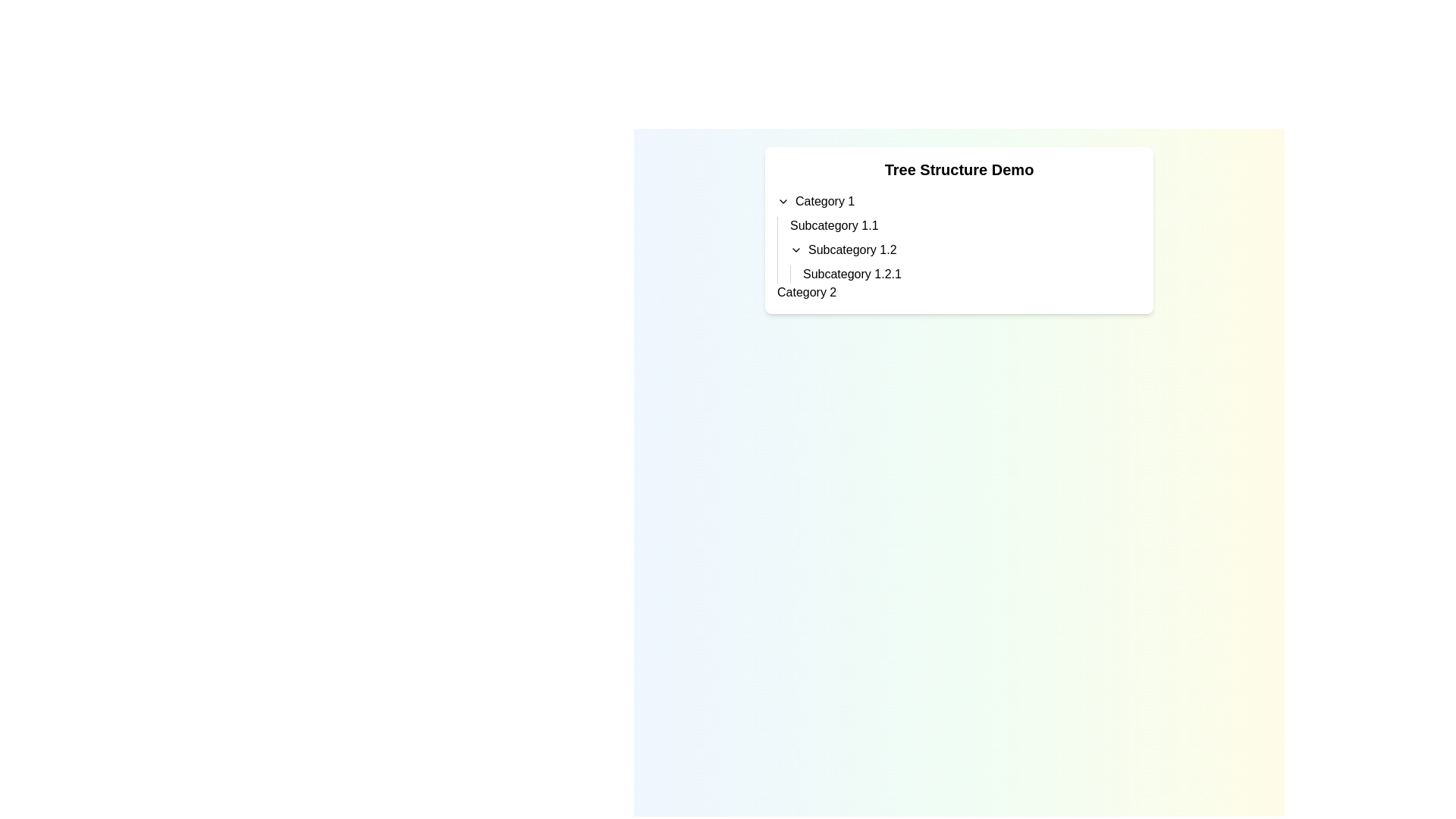 The width and height of the screenshot is (1456, 819). Describe the element at coordinates (795, 249) in the screenshot. I see `the small downwards-pointing chevron arrow icon located to the left of the text 'Subcategory 1.2'` at that location.